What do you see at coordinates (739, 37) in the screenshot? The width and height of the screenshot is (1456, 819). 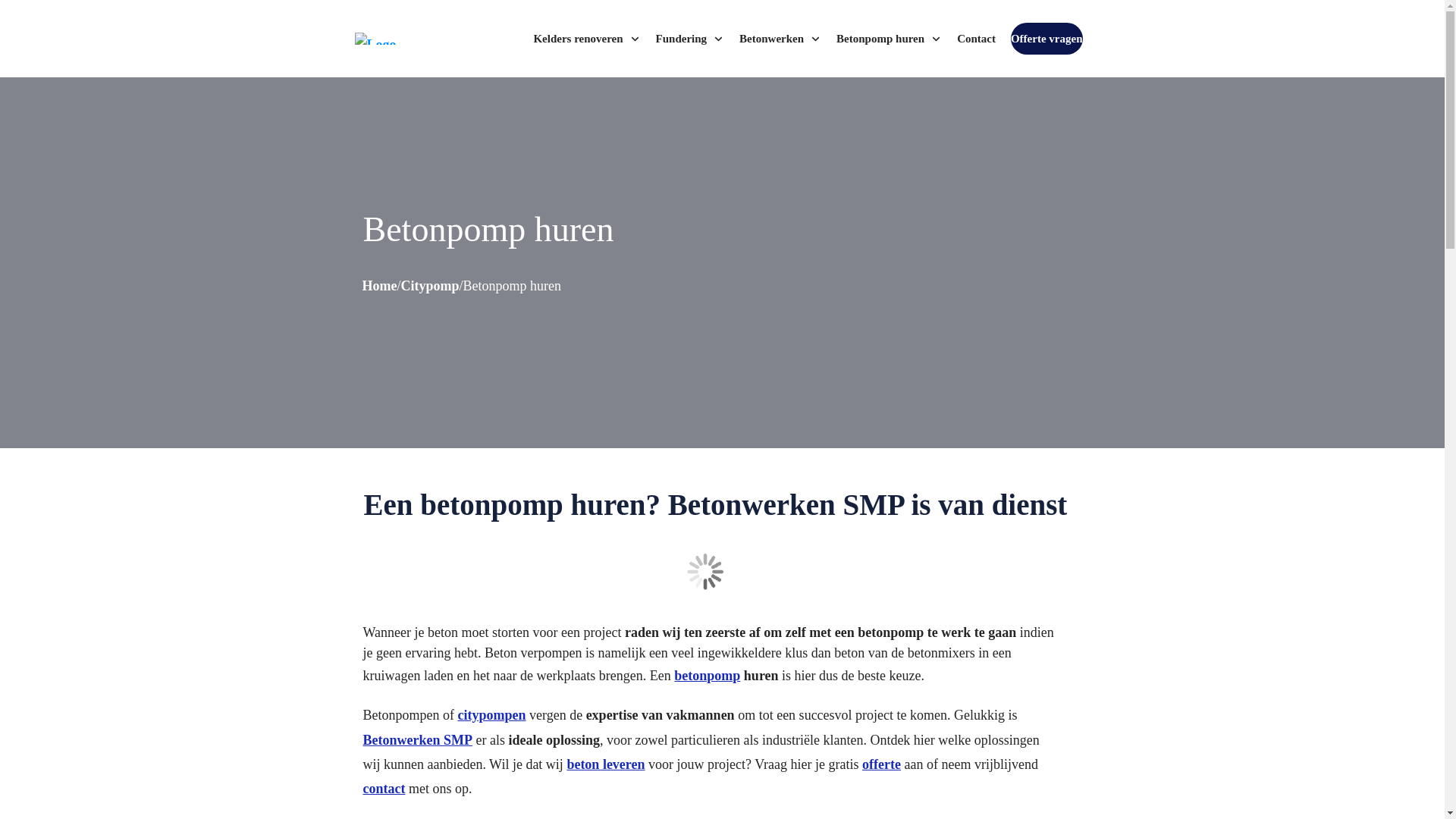 I see `'Betonwerken'` at bounding box center [739, 37].